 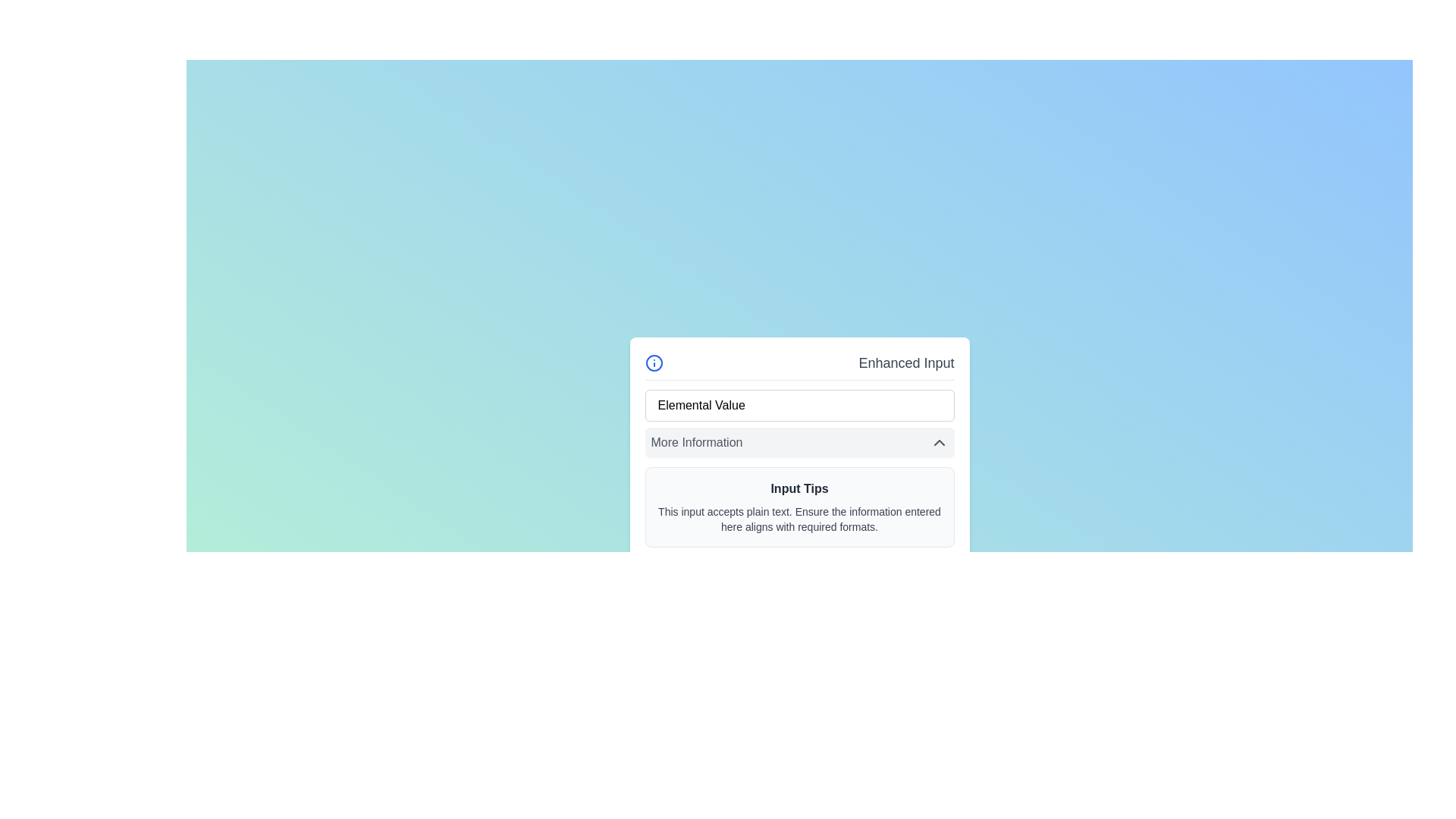 I want to click on the Collapsible Header element located below the 'Elemental Value' text input field and above 'Input Tips', so click(x=799, y=442).